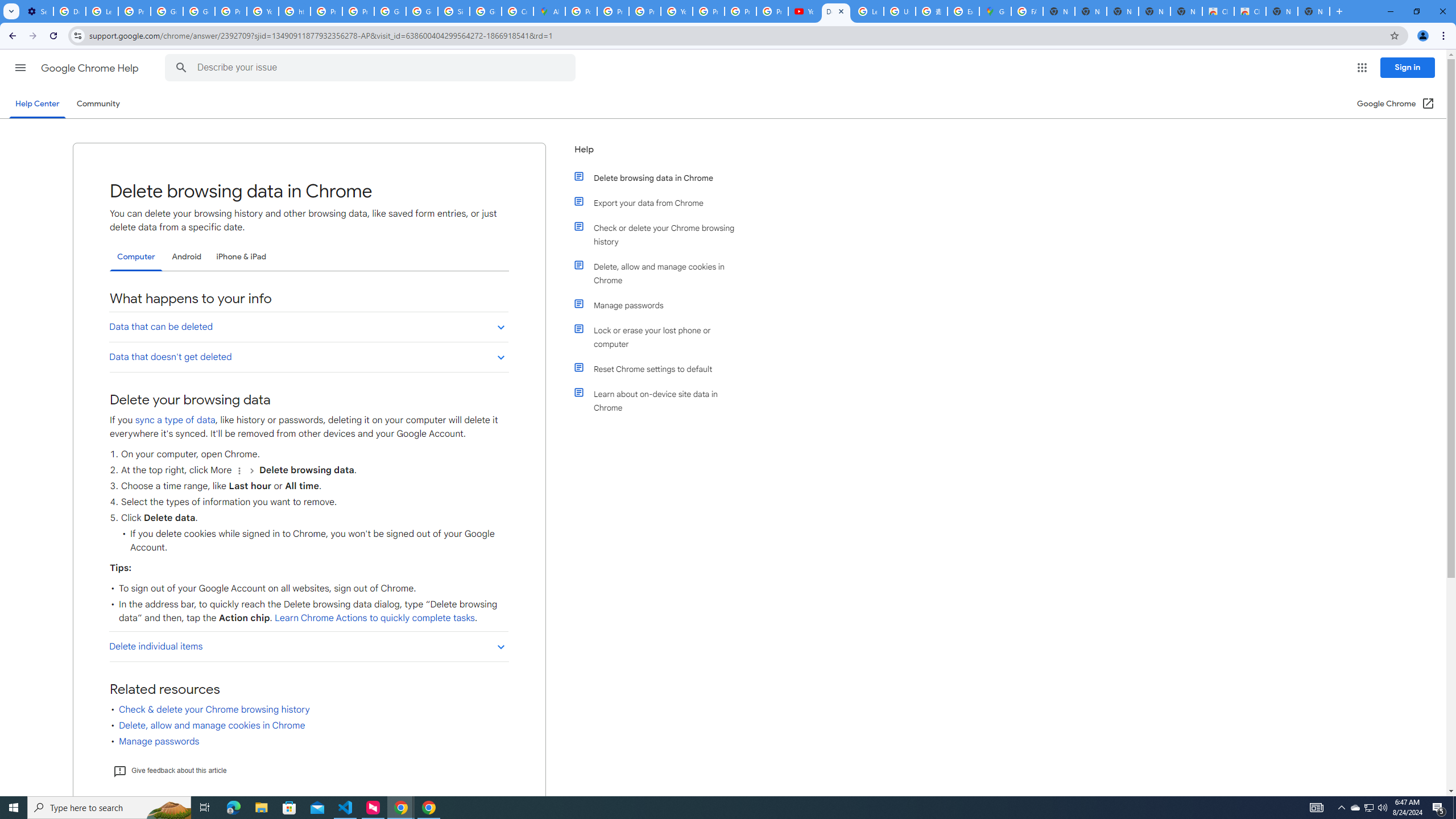  What do you see at coordinates (373, 618) in the screenshot?
I see `'Learn Chrome Actions to quickly complete tasks'` at bounding box center [373, 618].